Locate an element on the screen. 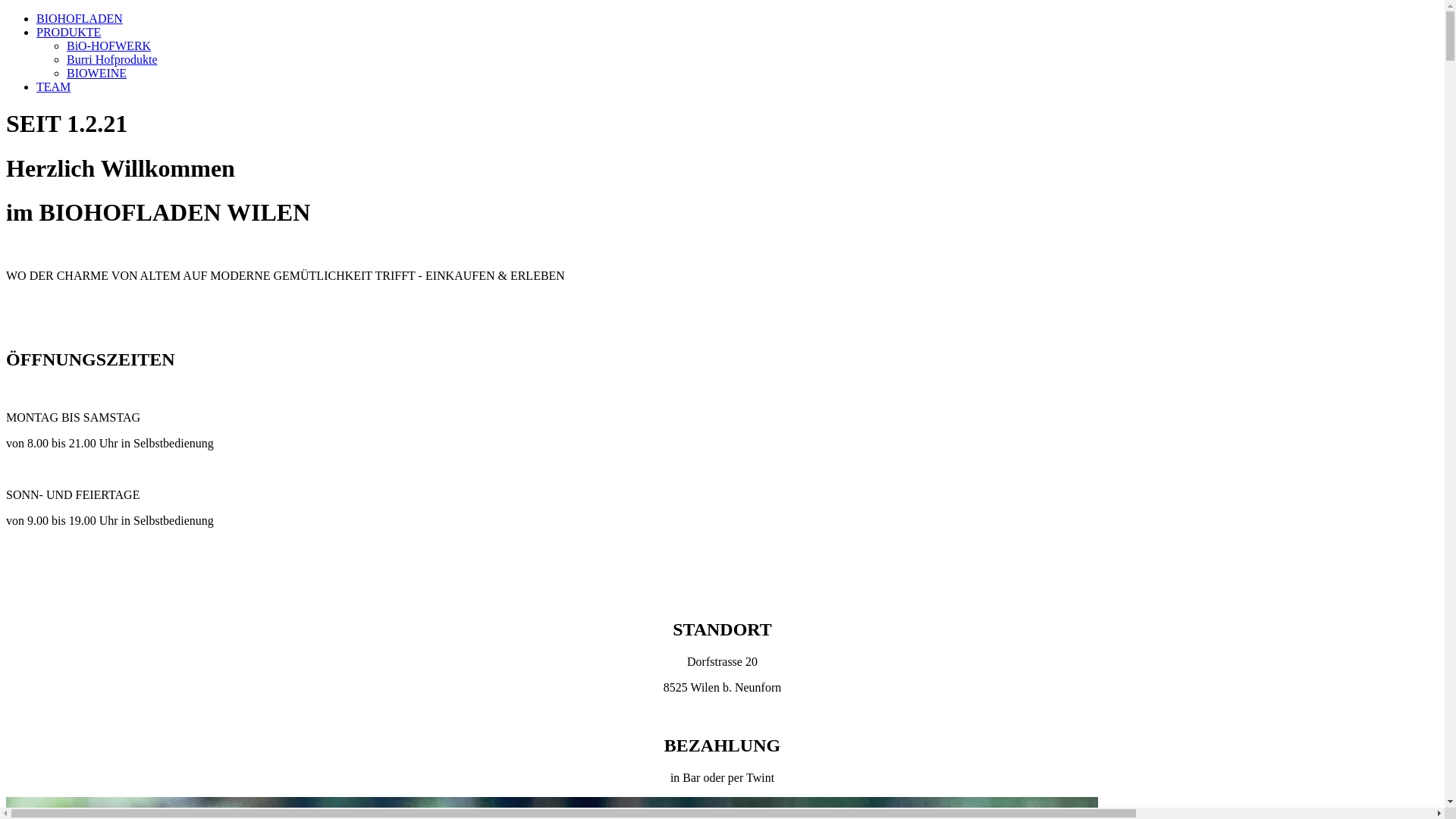  'Burri Hofprodukte' is located at coordinates (65, 58).